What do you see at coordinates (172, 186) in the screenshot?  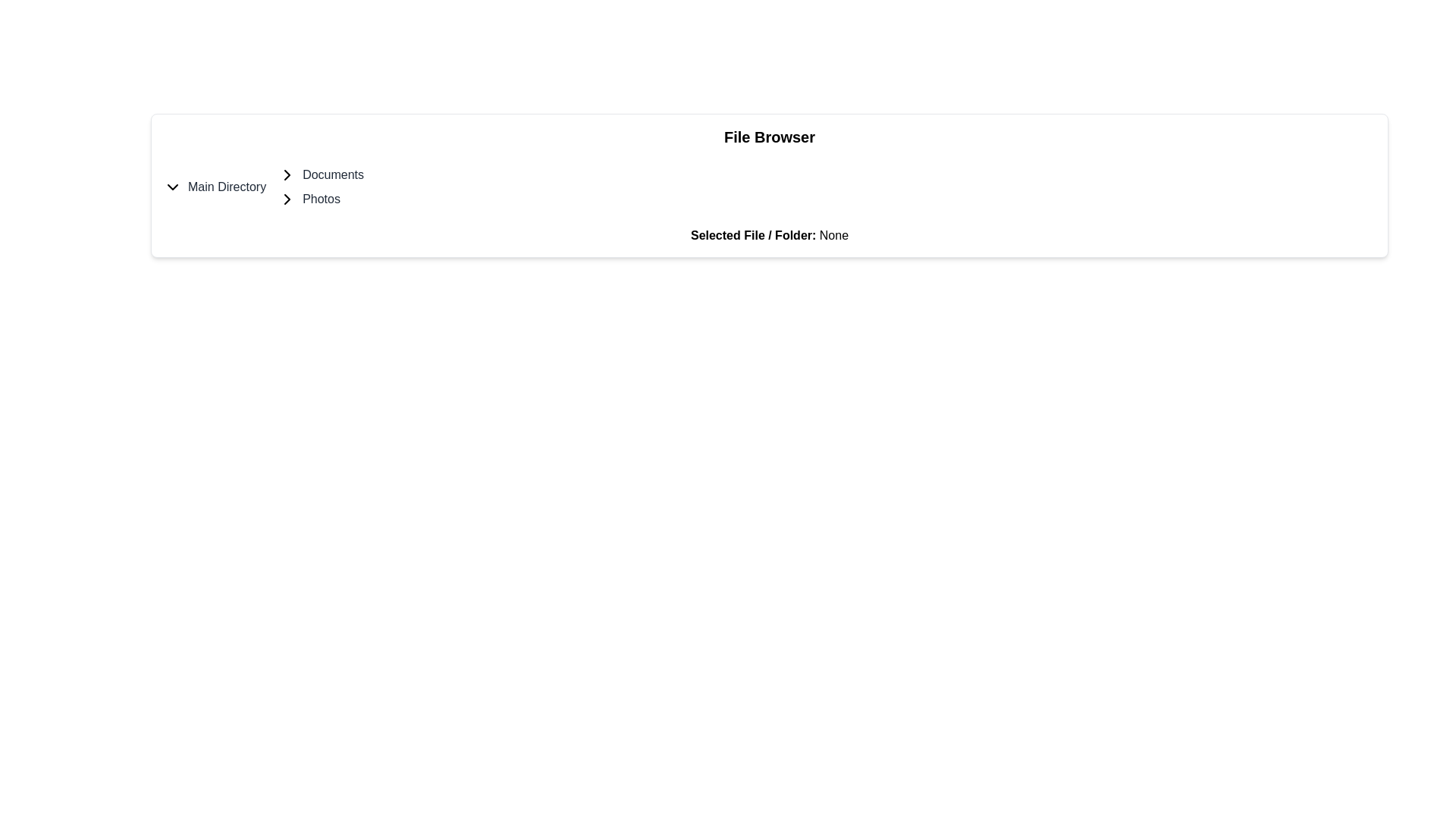 I see `the toggle button to the left of the 'Main Directory' text` at bounding box center [172, 186].